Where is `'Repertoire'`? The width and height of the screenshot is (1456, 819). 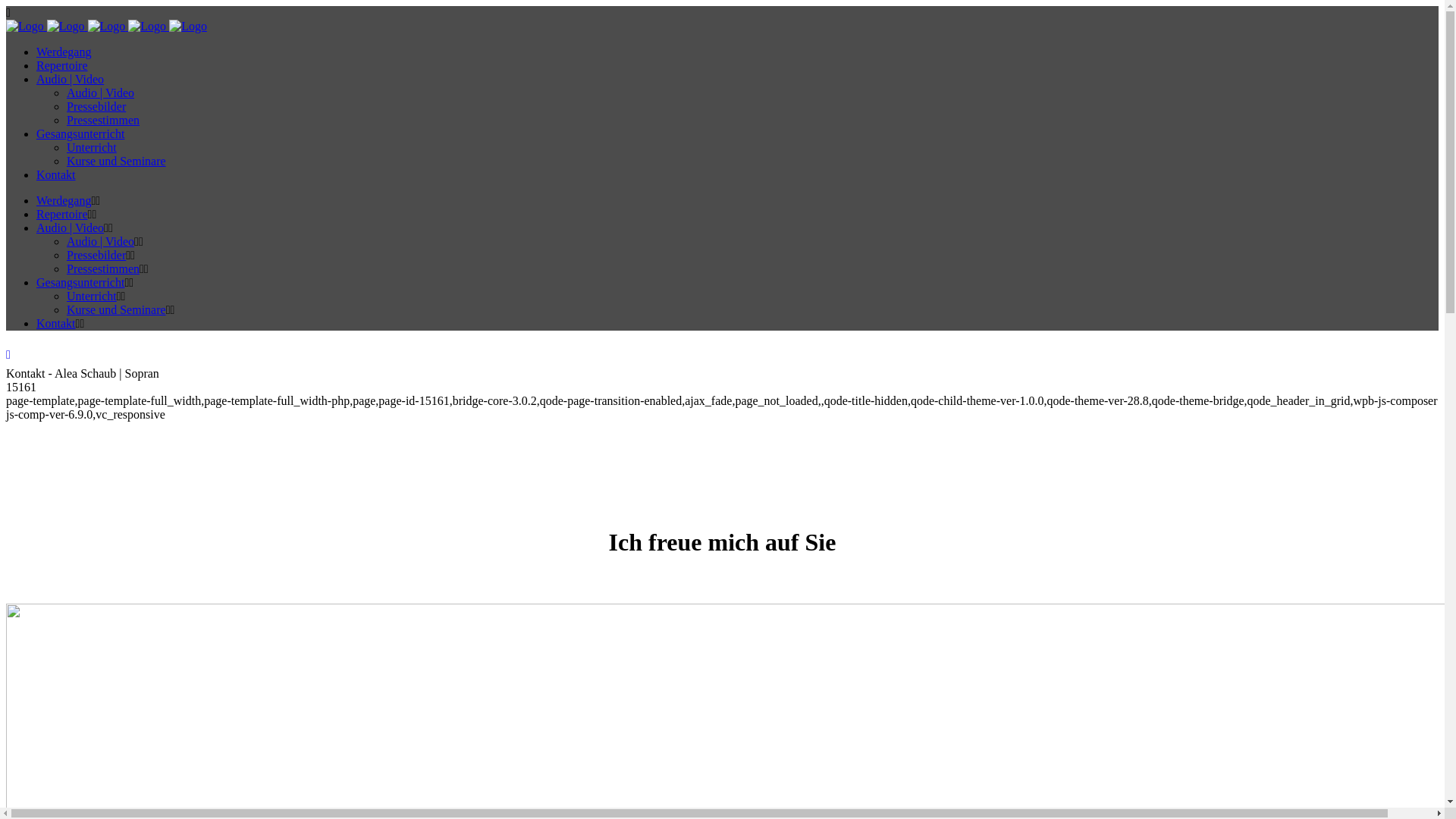 'Repertoire' is located at coordinates (61, 64).